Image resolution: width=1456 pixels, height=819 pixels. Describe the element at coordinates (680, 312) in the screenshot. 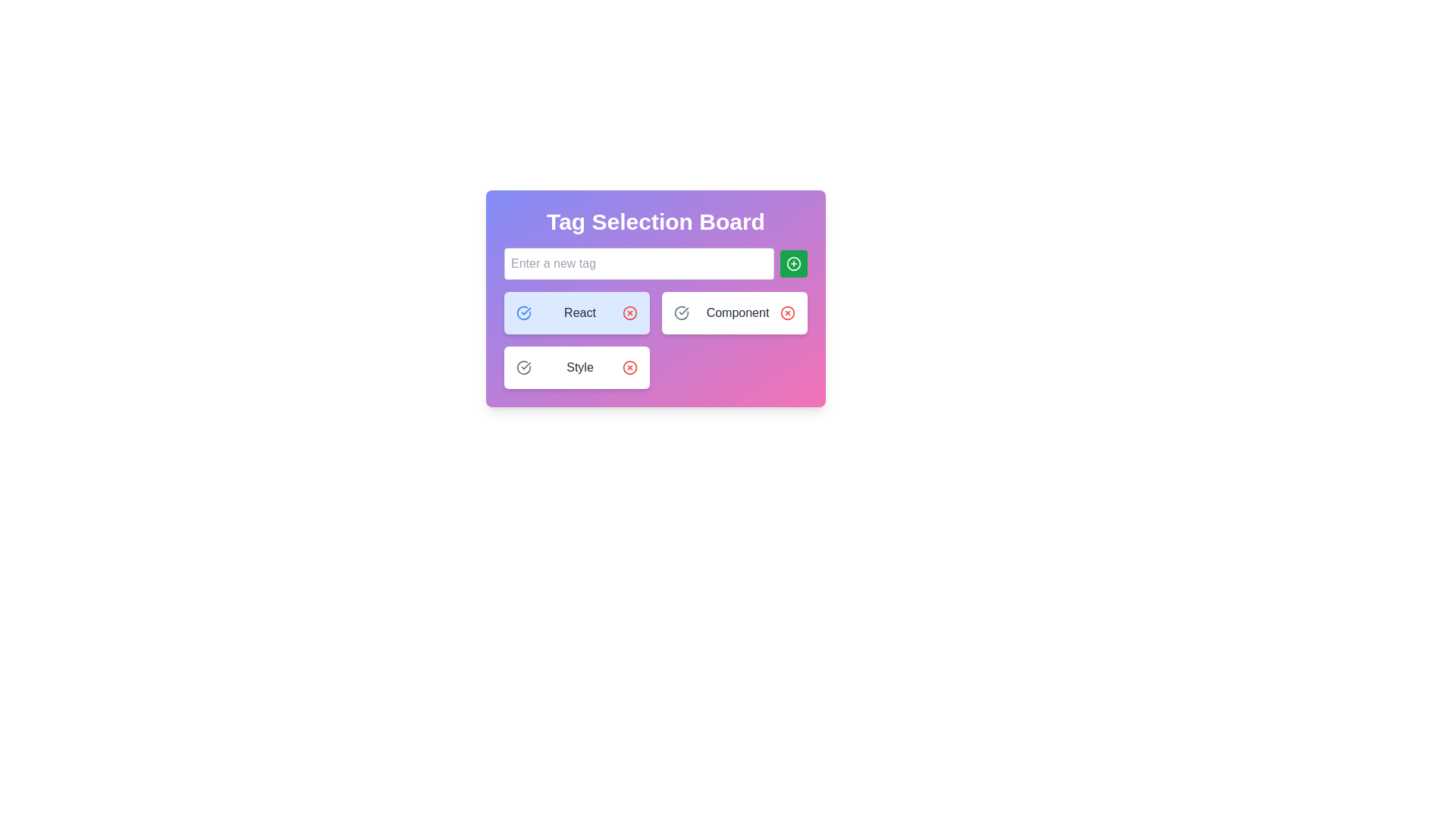

I see `the interactive toggle or selection icon located to the left of the 'Component' label` at that location.